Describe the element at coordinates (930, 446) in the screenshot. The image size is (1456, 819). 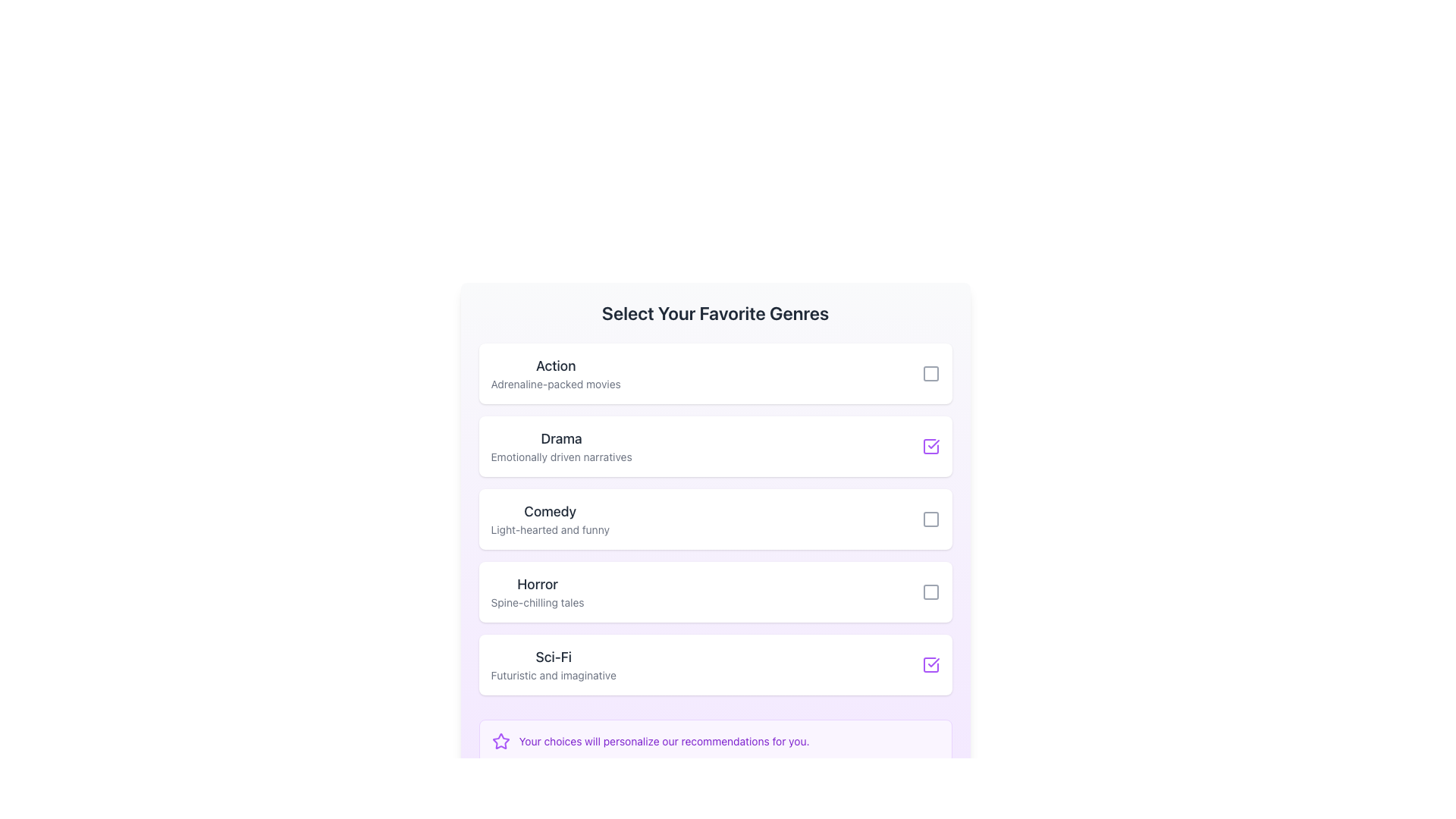
I see `the checkbox with a purple border indicating a selected state in the 'Drama' section` at that location.